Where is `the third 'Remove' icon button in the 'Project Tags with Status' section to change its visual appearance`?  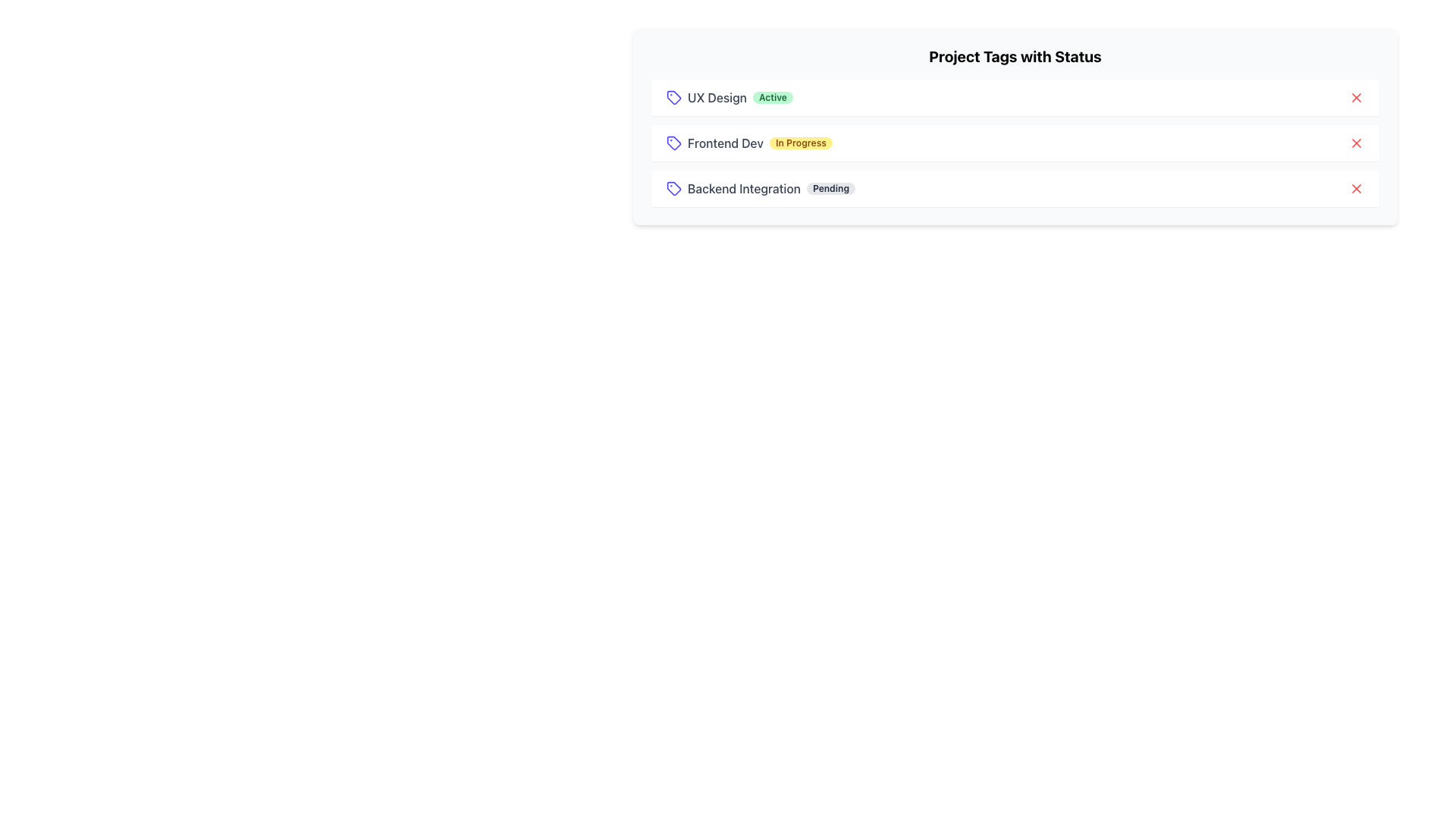
the third 'Remove' icon button in the 'Project Tags with Status' section to change its visual appearance is located at coordinates (1357, 188).